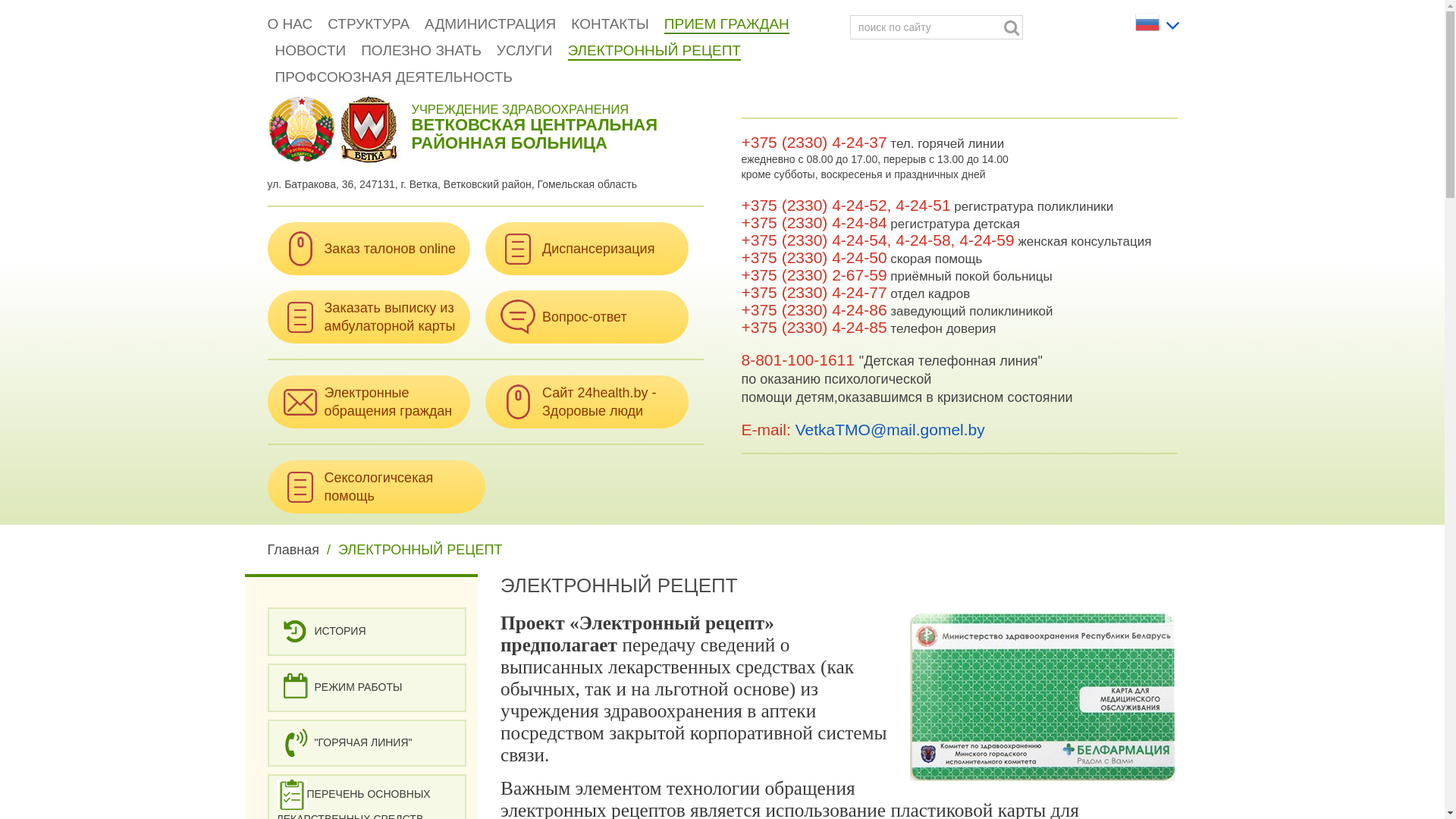 The width and height of the screenshot is (1456, 819). I want to click on 'Russian', so click(1149, 20).